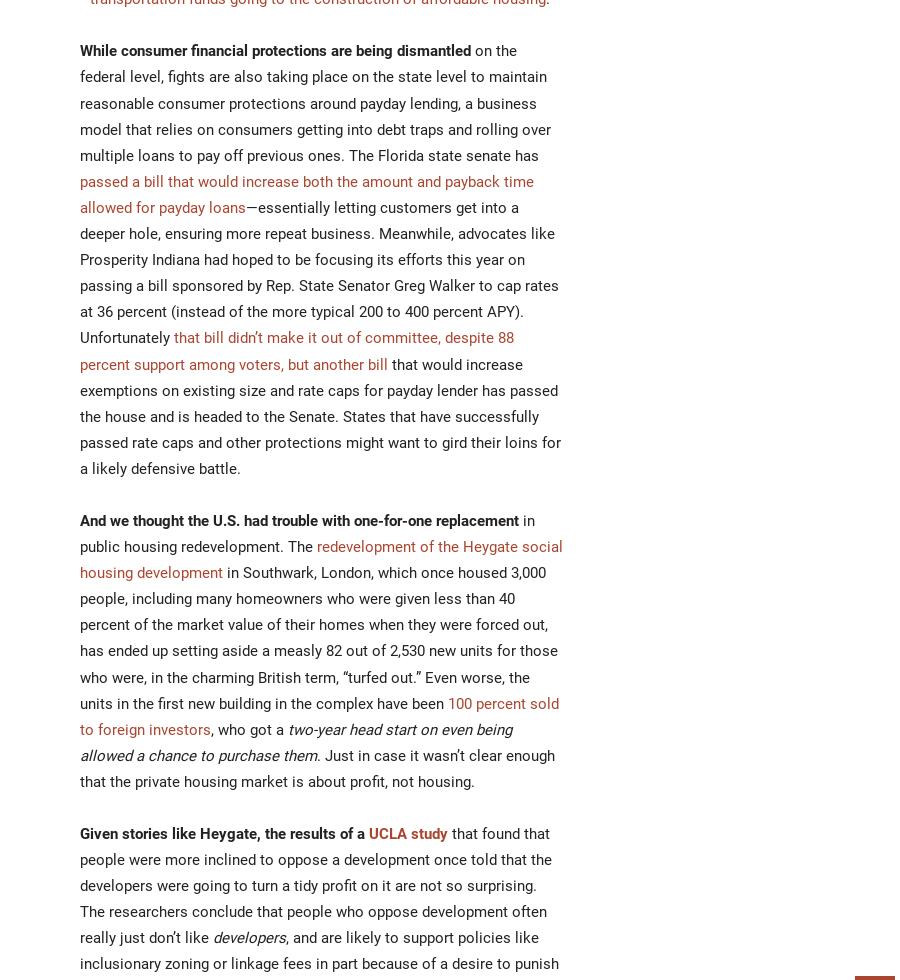 This screenshot has height=980, width=900. I want to click on 'developers', so click(248, 937).